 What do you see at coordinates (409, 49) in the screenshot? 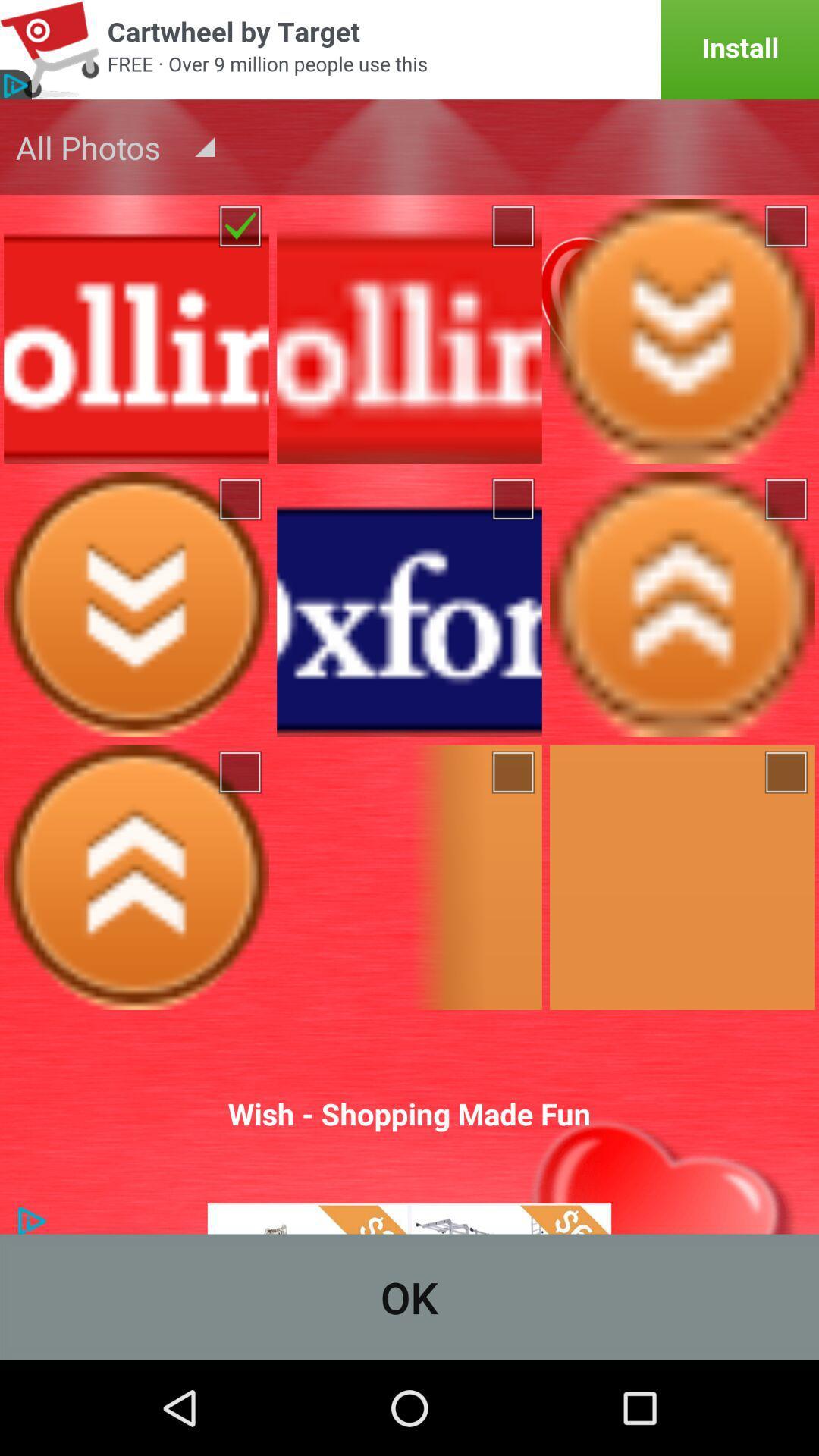
I see `the advertisement` at bounding box center [409, 49].